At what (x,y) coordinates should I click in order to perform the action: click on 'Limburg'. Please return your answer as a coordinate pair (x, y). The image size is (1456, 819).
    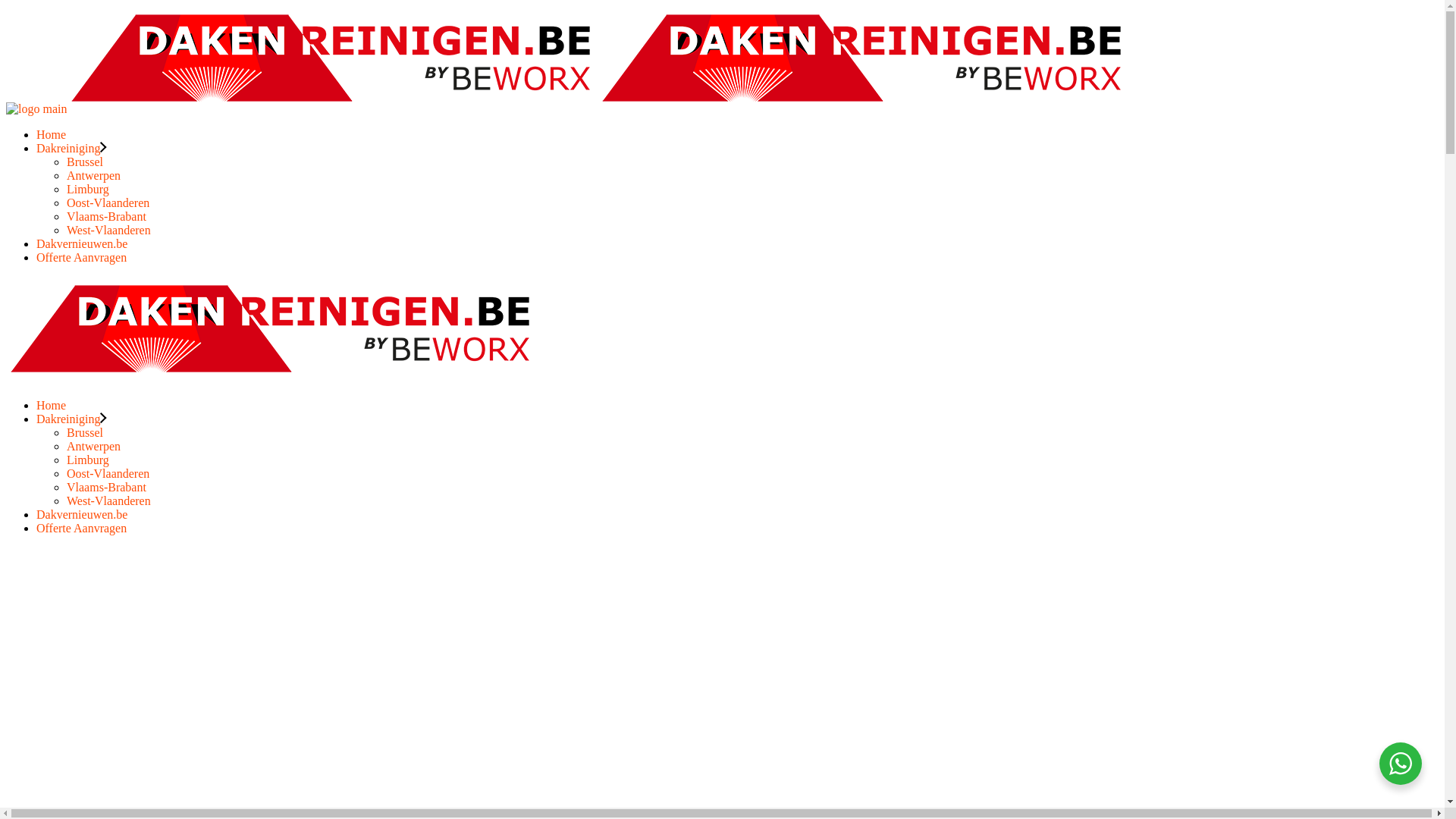
    Looking at the image, I should click on (86, 459).